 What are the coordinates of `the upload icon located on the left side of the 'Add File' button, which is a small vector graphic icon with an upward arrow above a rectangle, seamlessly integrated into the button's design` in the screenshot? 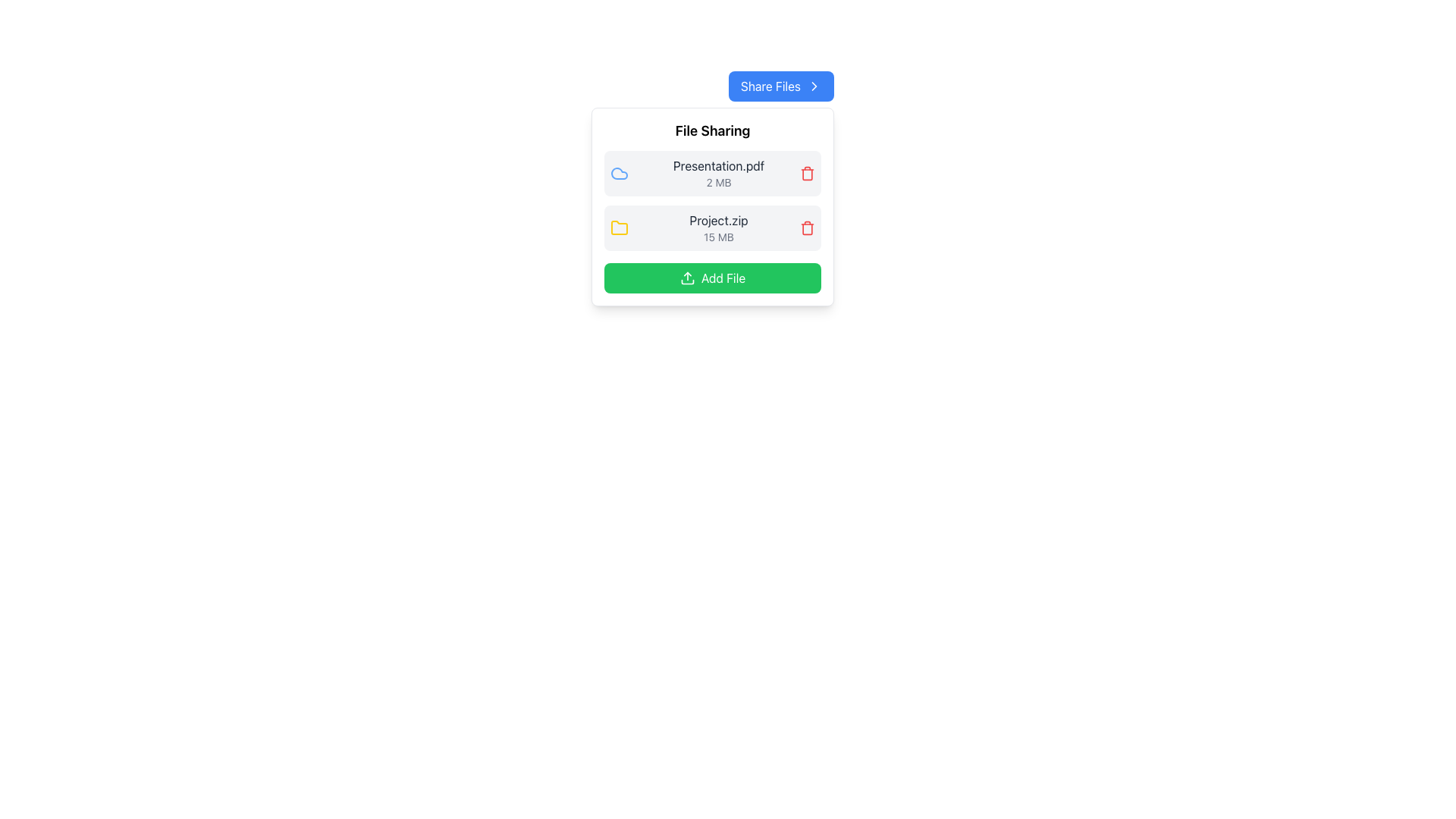 It's located at (687, 278).